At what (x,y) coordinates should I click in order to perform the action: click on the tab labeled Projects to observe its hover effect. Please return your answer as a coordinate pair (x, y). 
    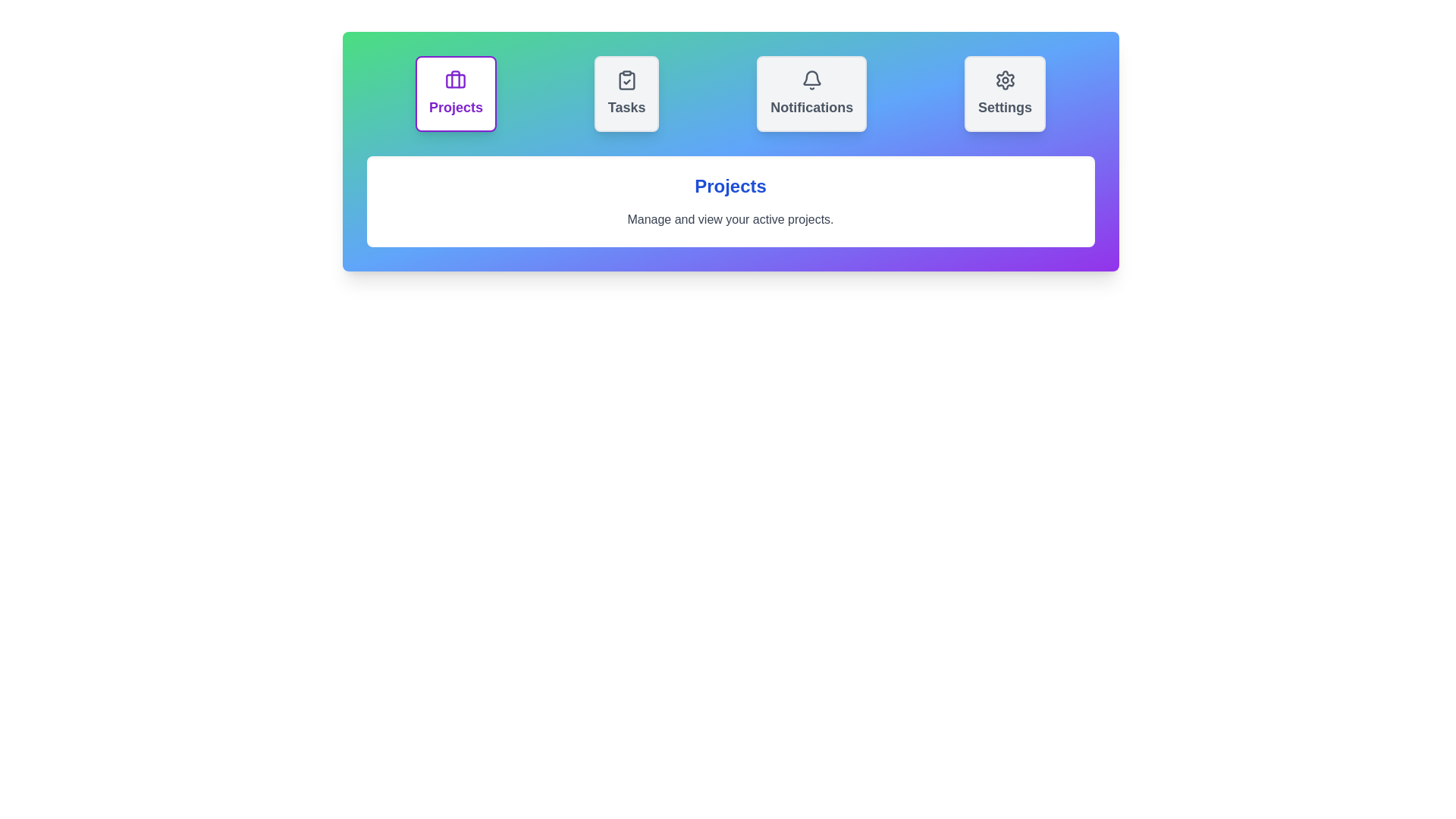
    Looking at the image, I should click on (454, 93).